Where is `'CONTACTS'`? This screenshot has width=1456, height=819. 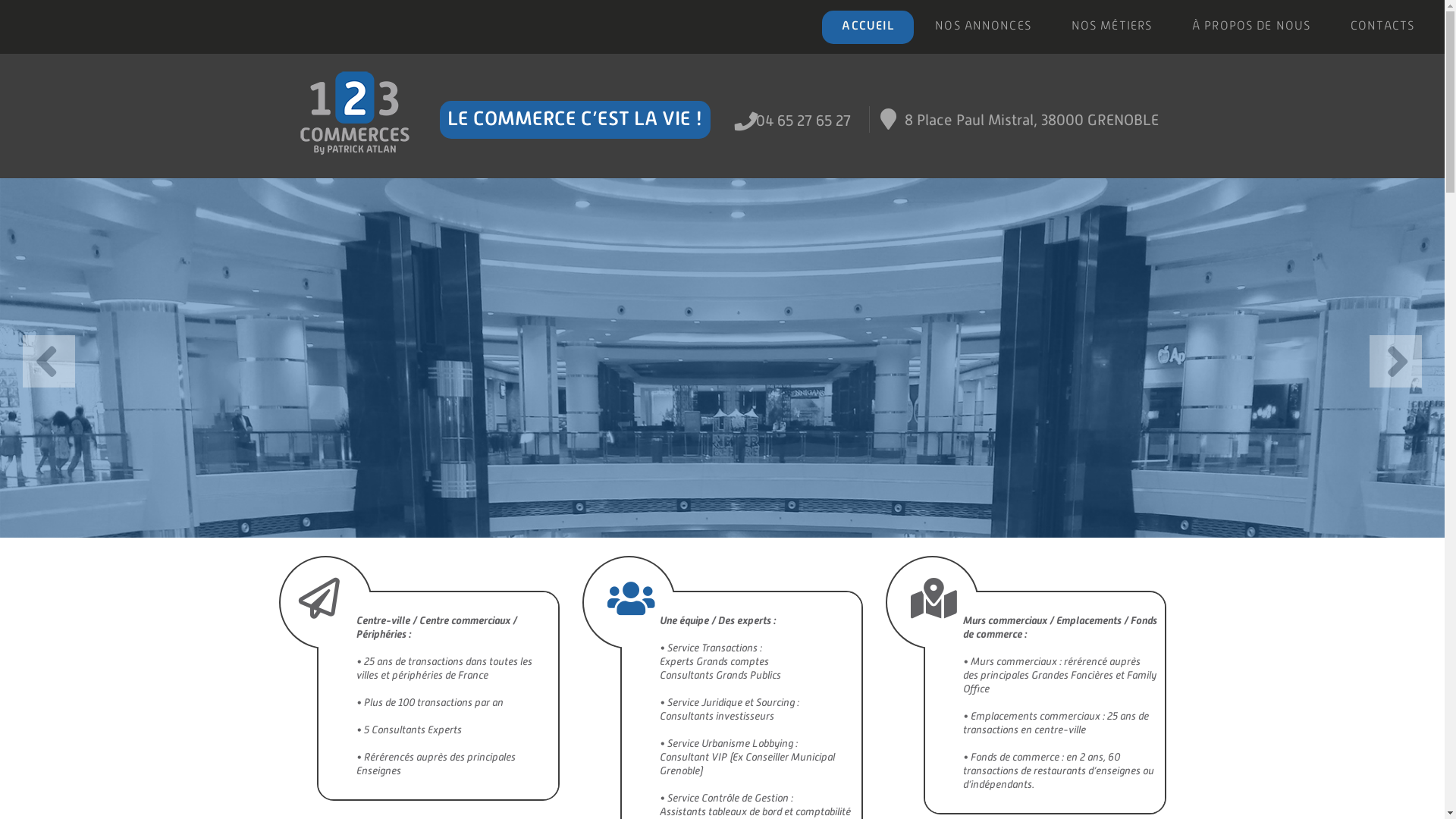 'CONTACTS' is located at coordinates (1382, 27).